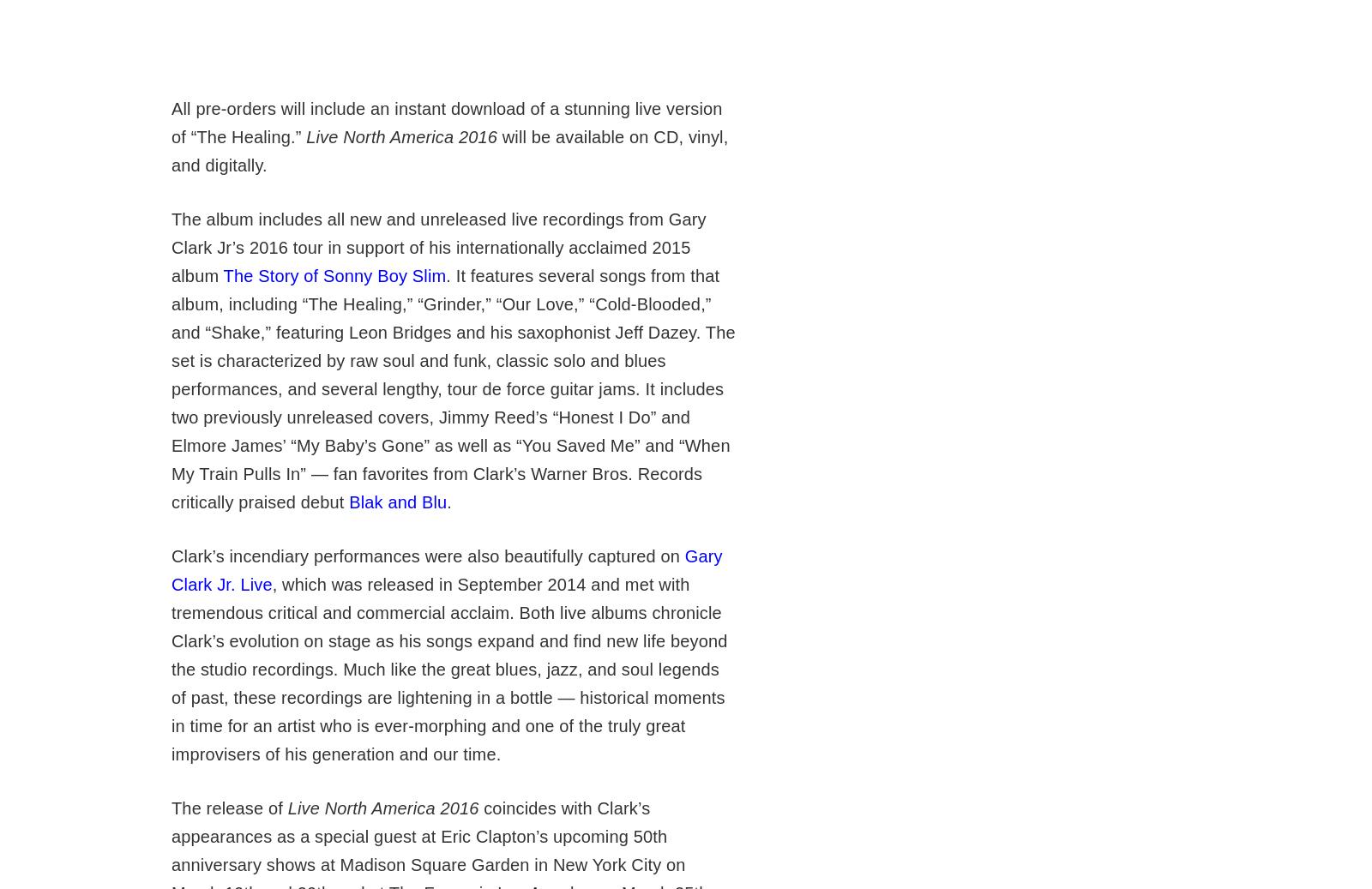  Describe the element at coordinates (171, 122) in the screenshot. I see `'All pre-orders will include an instant download of a stunning live version of “The Healing.”'` at that location.